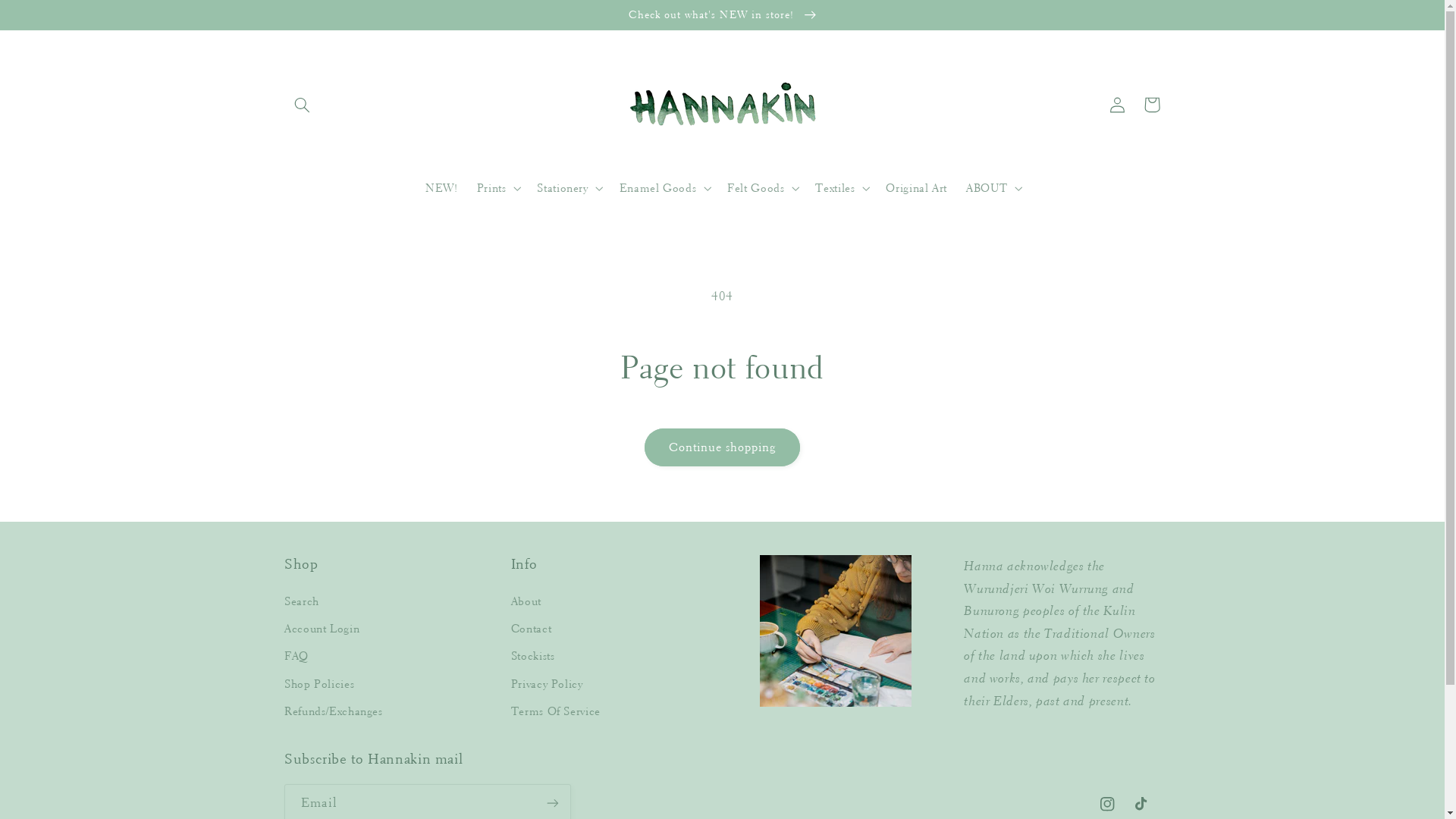 This screenshot has height=819, width=1456. Describe the element at coordinates (510, 603) in the screenshot. I see `'About'` at that location.